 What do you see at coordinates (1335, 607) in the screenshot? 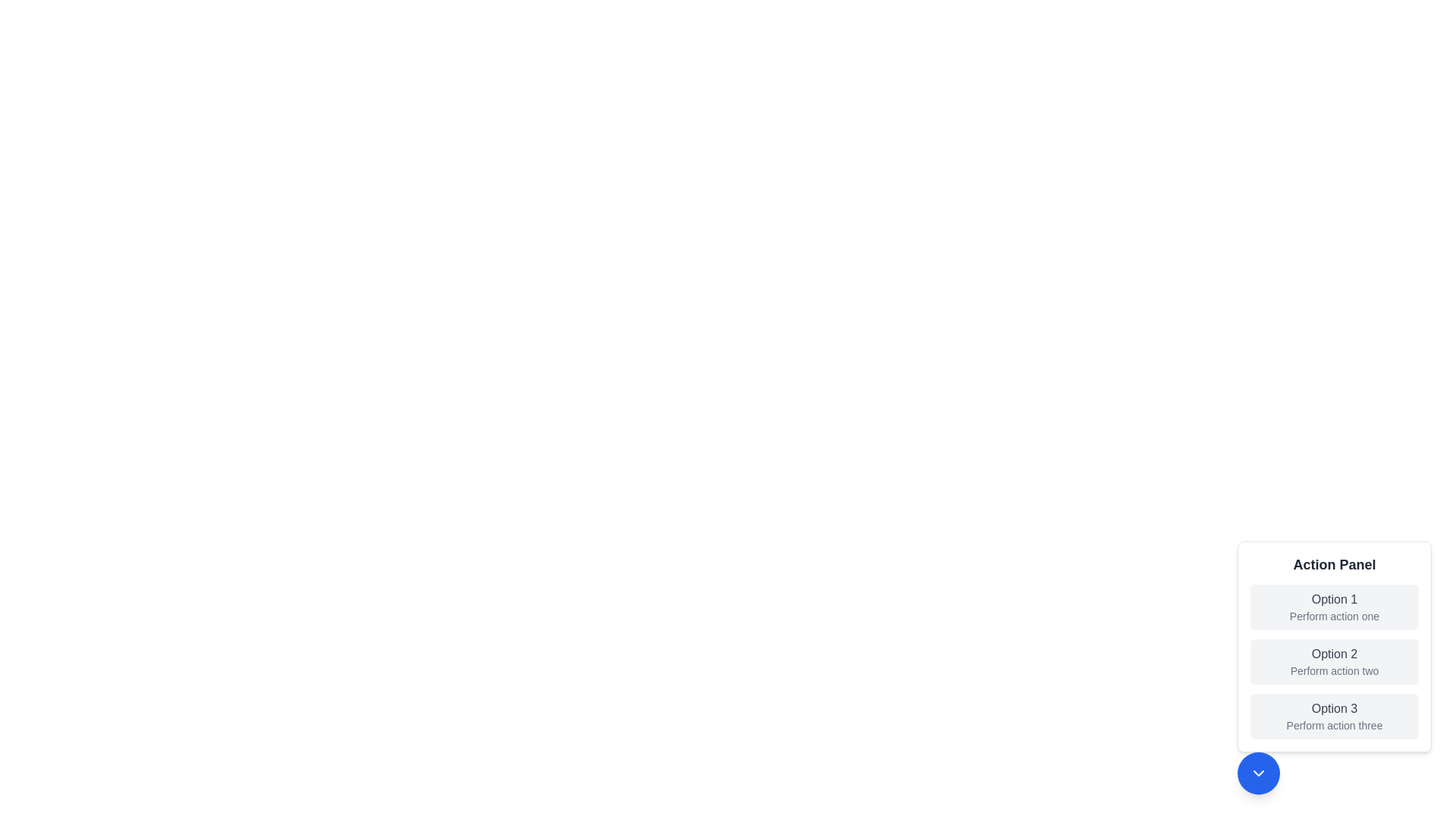
I see `the 'Option 1' button in the Action Panel` at bounding box center [1335, 607].